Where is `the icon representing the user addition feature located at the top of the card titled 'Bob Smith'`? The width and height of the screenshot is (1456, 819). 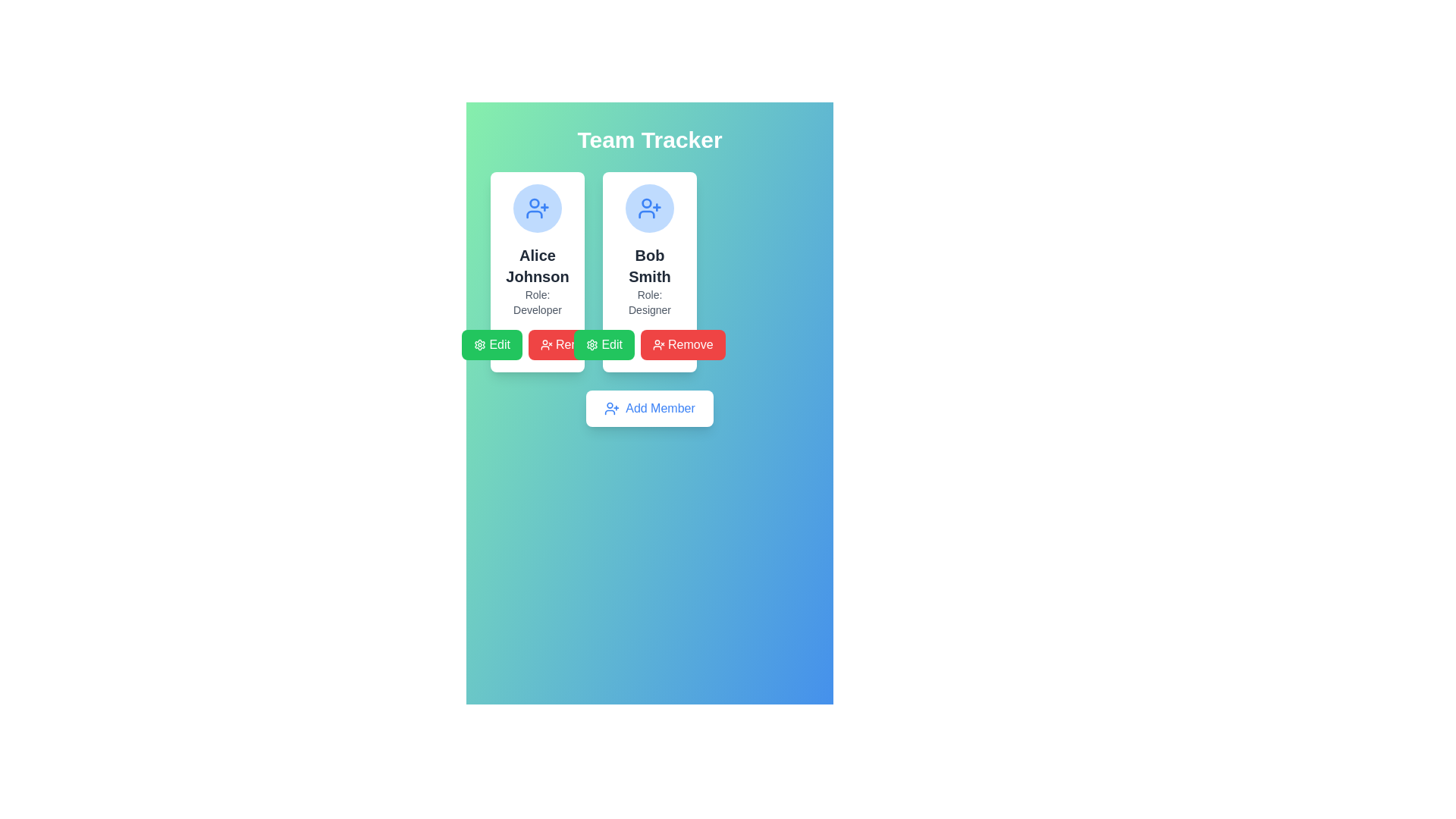 the icon representing the user addition feature located at the top of the card titled 'Bob Smith' is located at coordinates (650, 208).